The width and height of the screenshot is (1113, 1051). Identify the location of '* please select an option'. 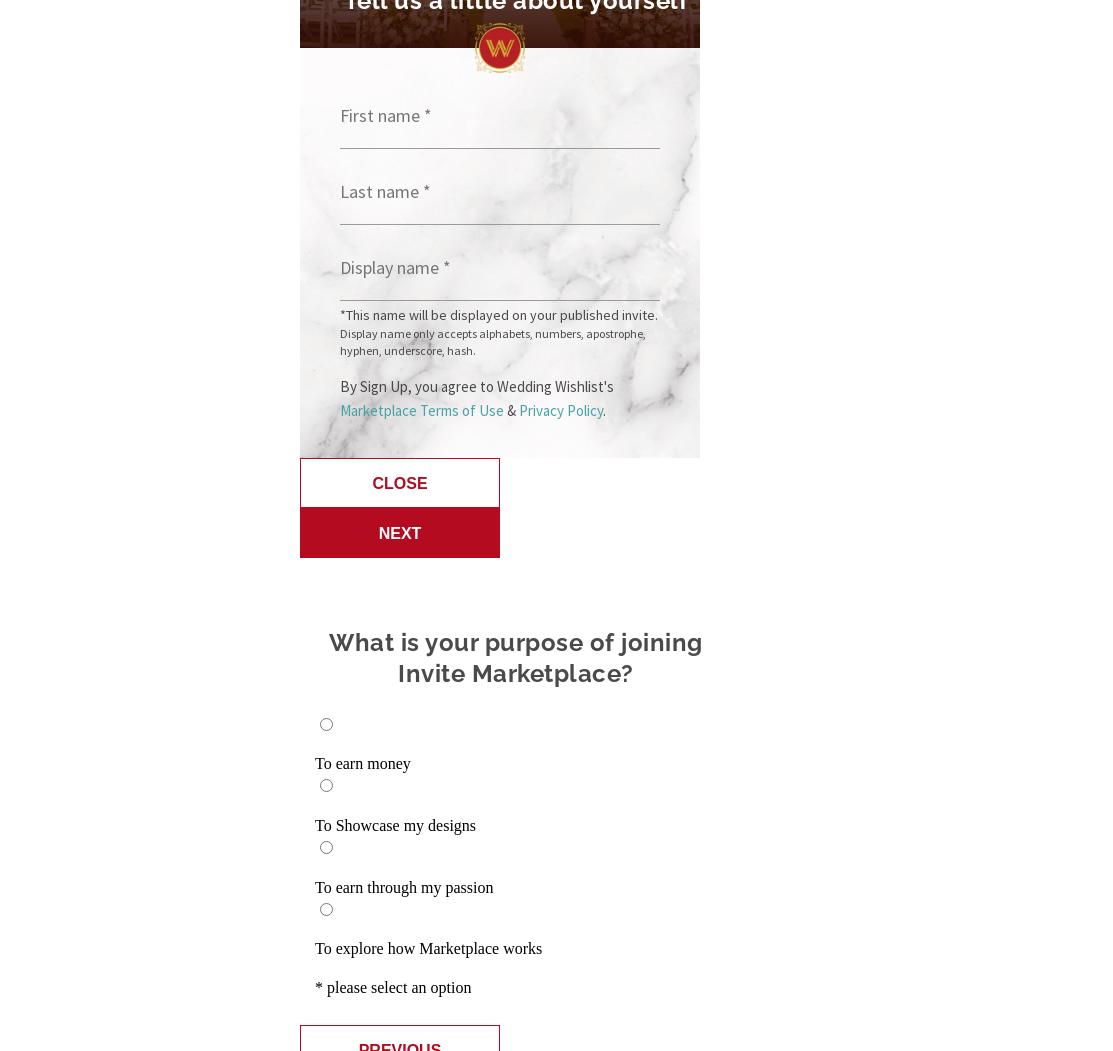
(393, 987).